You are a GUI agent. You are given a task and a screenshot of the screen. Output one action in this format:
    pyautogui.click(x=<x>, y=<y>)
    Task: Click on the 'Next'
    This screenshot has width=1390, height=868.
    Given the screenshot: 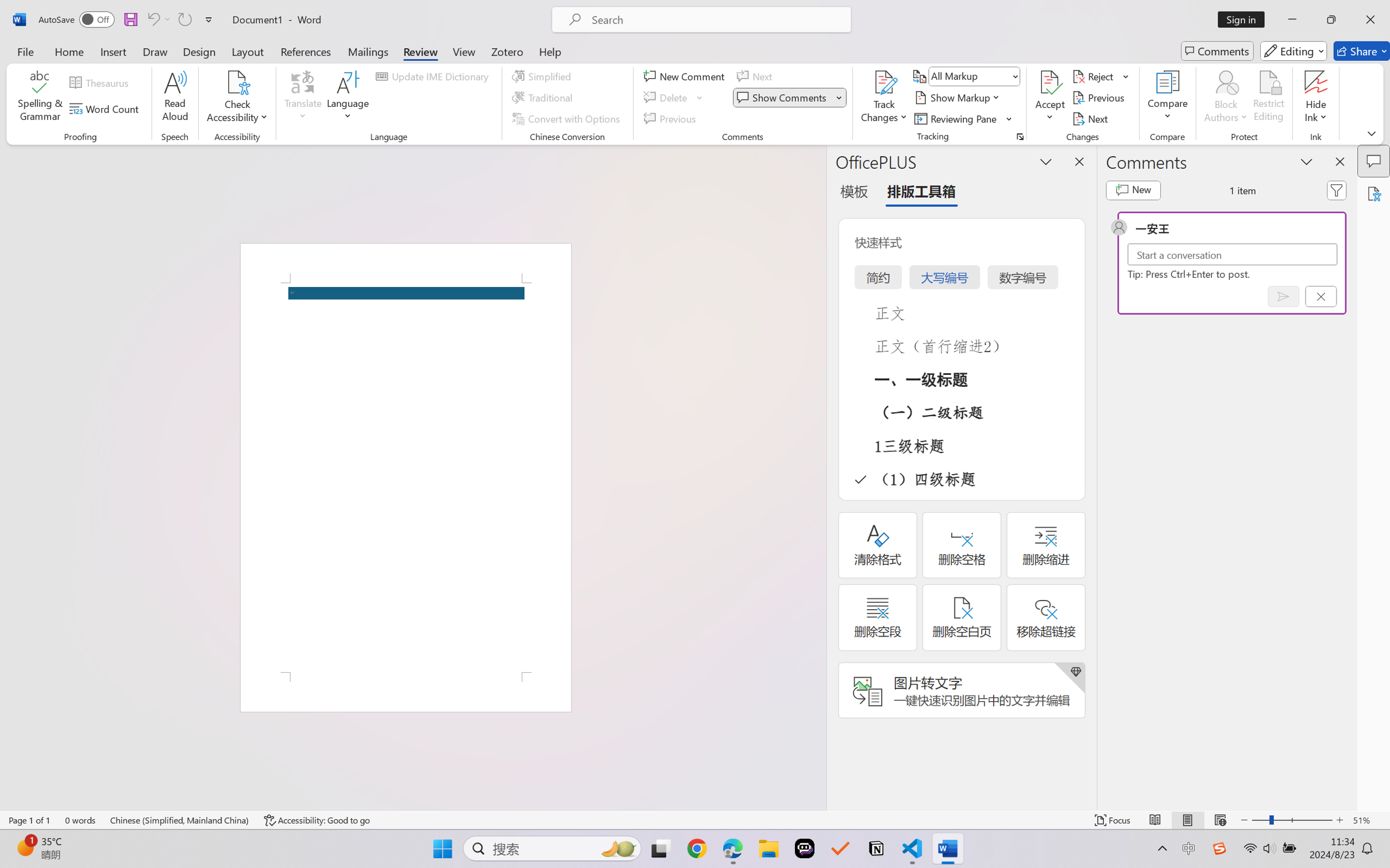 What is the action you would take?
    pyautogui.click(x=1091, y=119)
    